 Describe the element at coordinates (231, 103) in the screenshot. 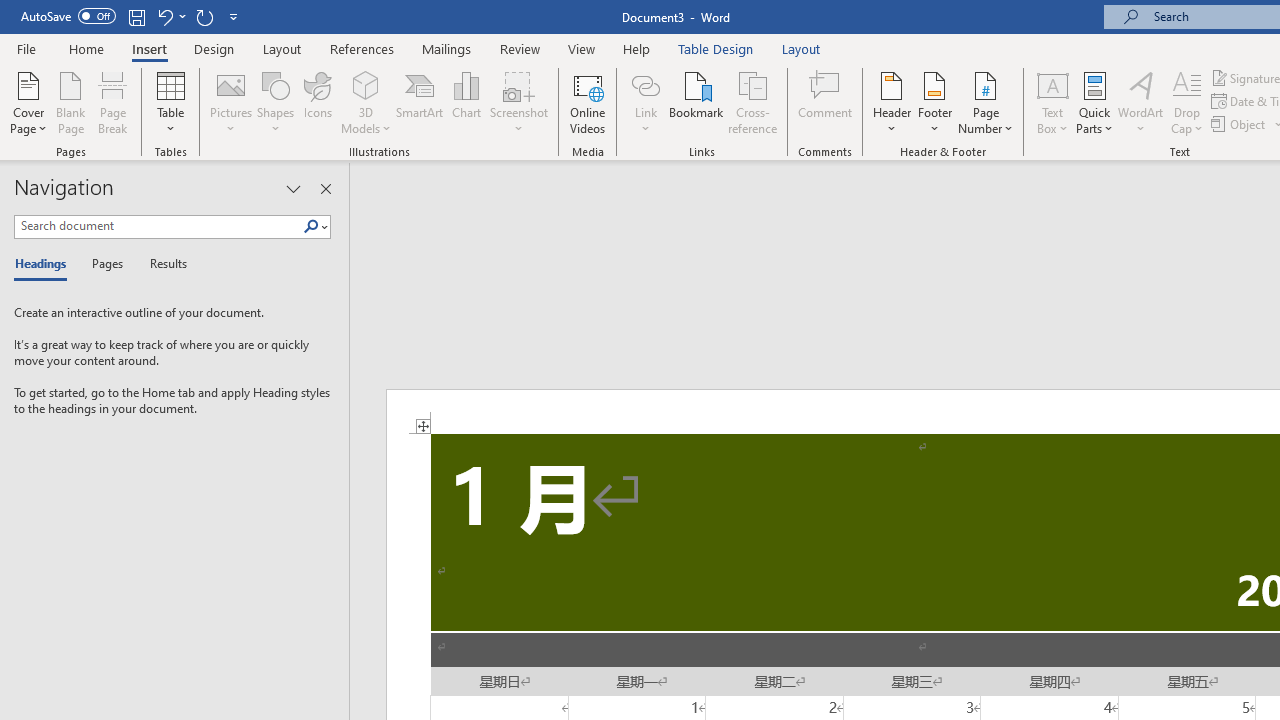

I see `'Pictures'` at that location.